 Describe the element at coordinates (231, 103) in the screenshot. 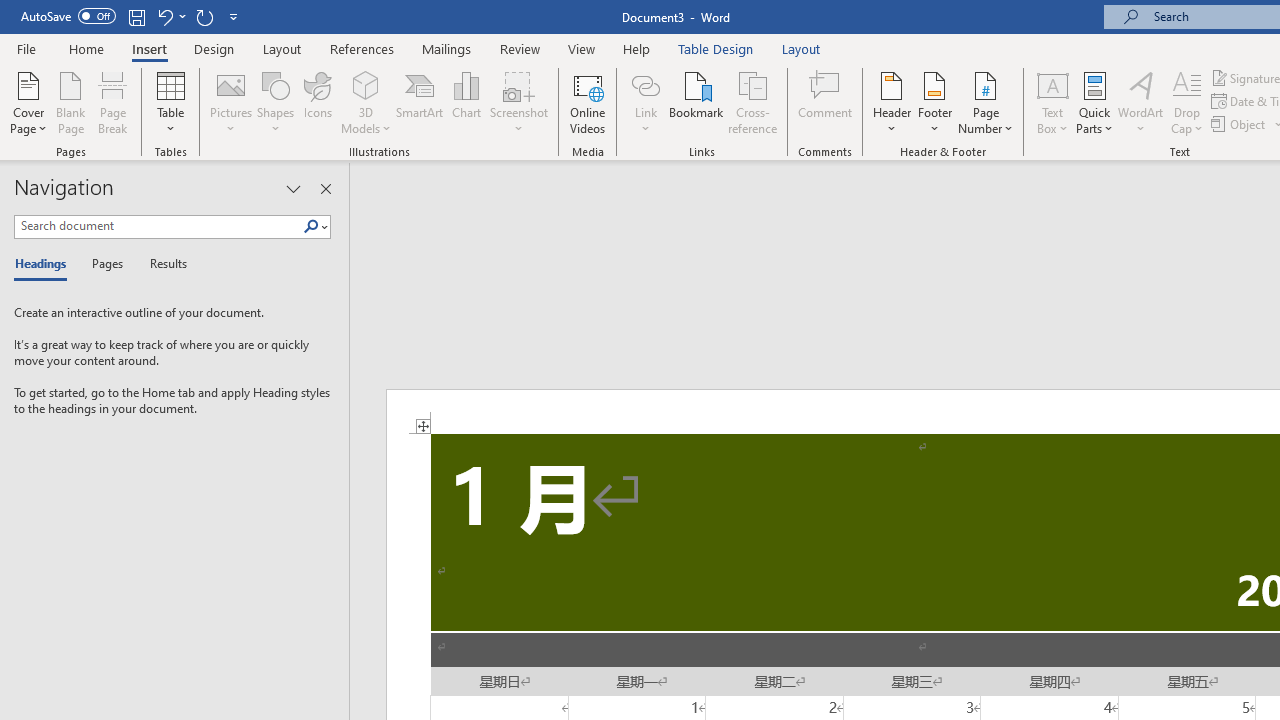

I see `'Pictures'` at that location.